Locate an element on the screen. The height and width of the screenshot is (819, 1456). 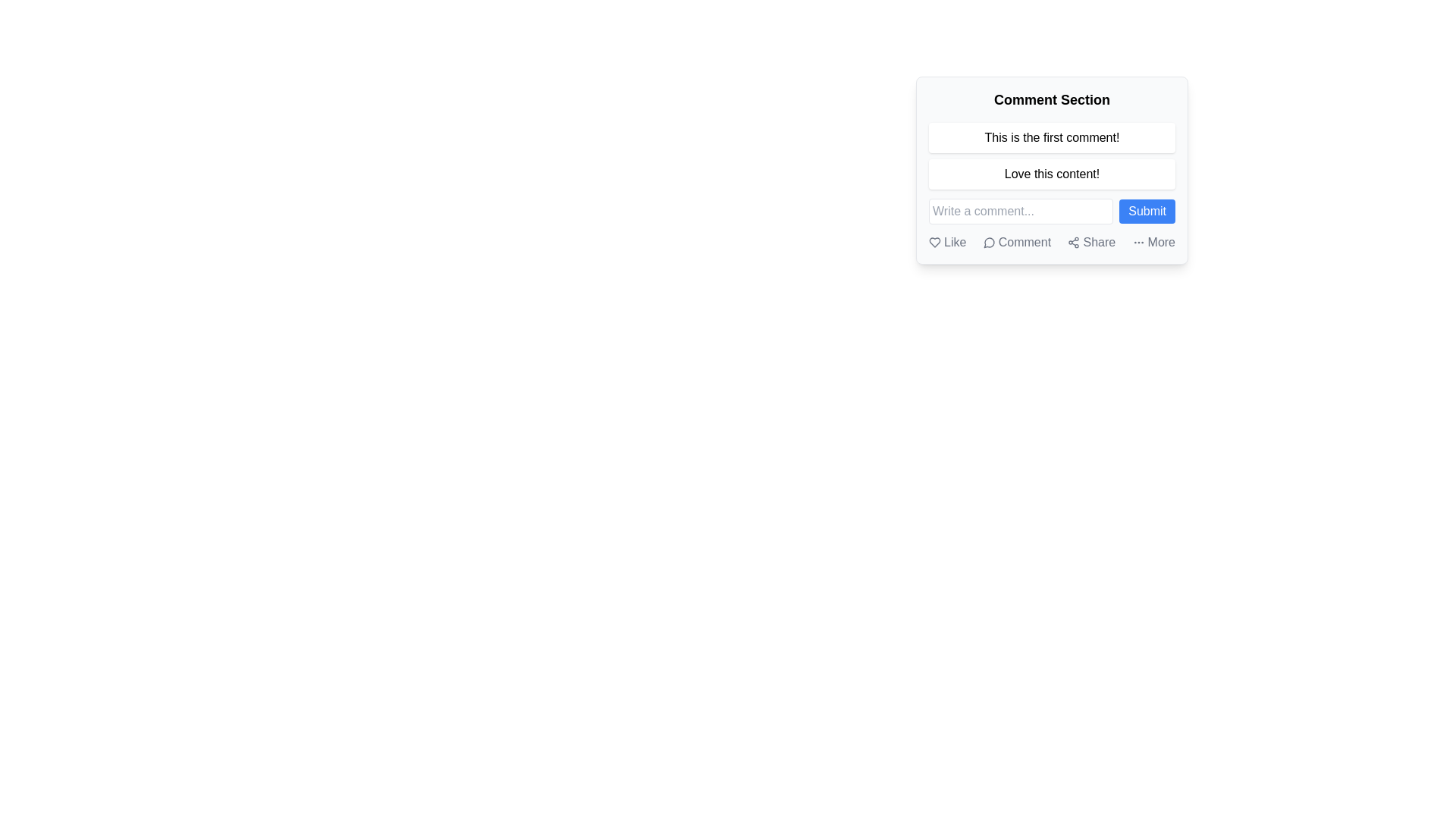
the 'Like' label or icon in the Horizontal action menu located at the bottom of the comment section is located at coordinates (1051, 242).